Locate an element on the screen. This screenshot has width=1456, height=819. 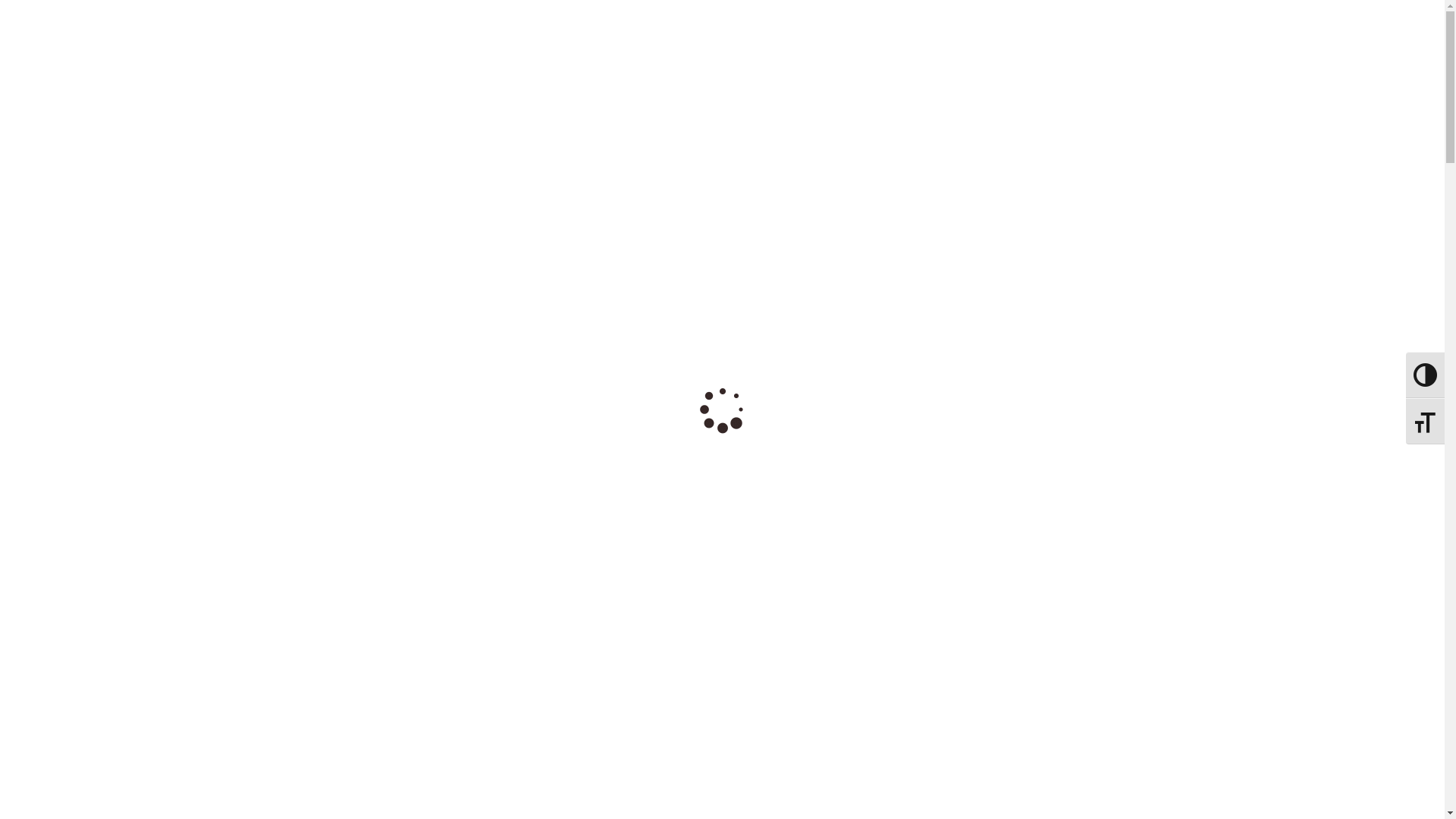
'Toggle Font size' is located at coordinates (1424, 421).